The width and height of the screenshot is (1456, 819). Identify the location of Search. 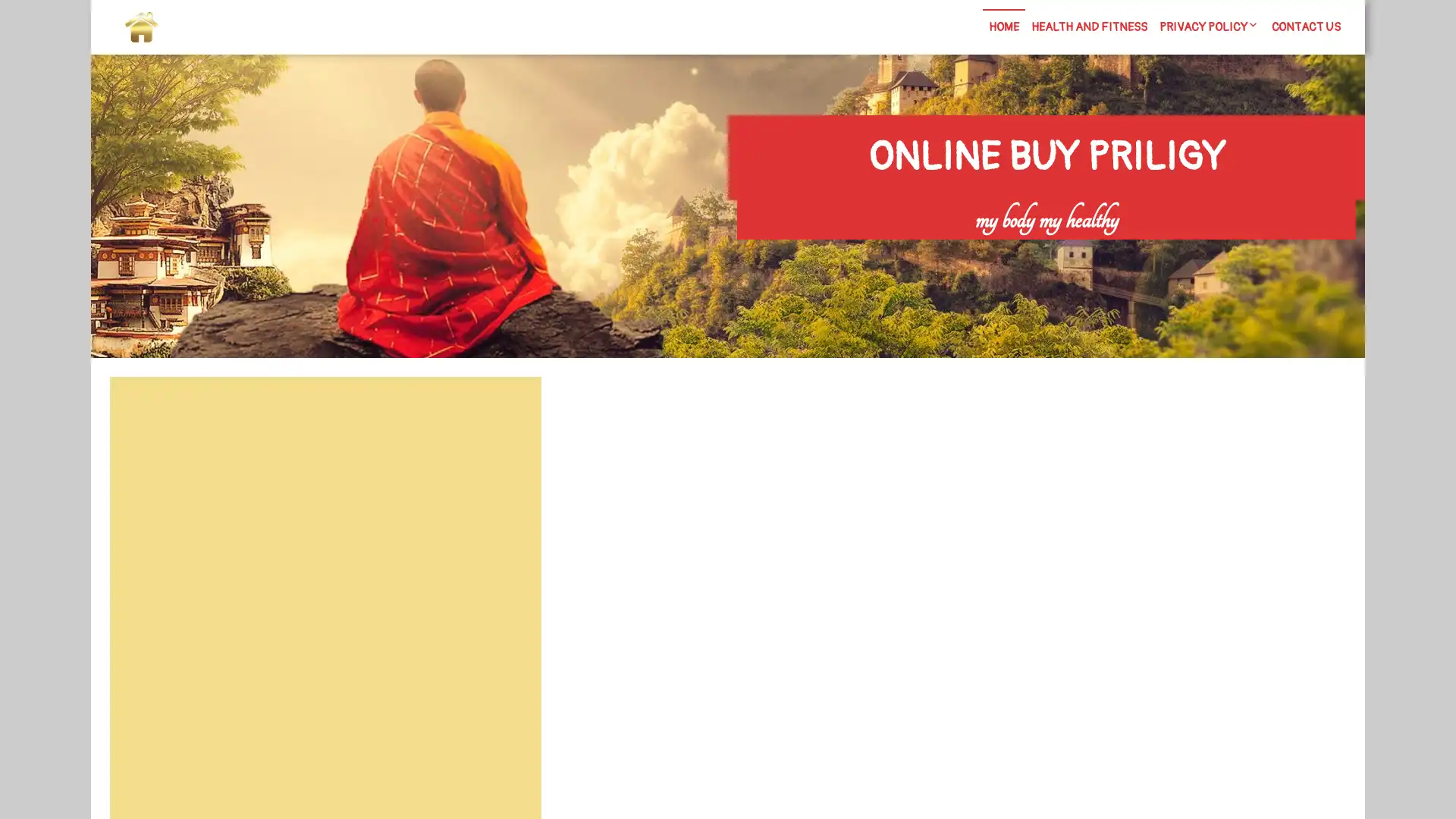
(1181, 248).